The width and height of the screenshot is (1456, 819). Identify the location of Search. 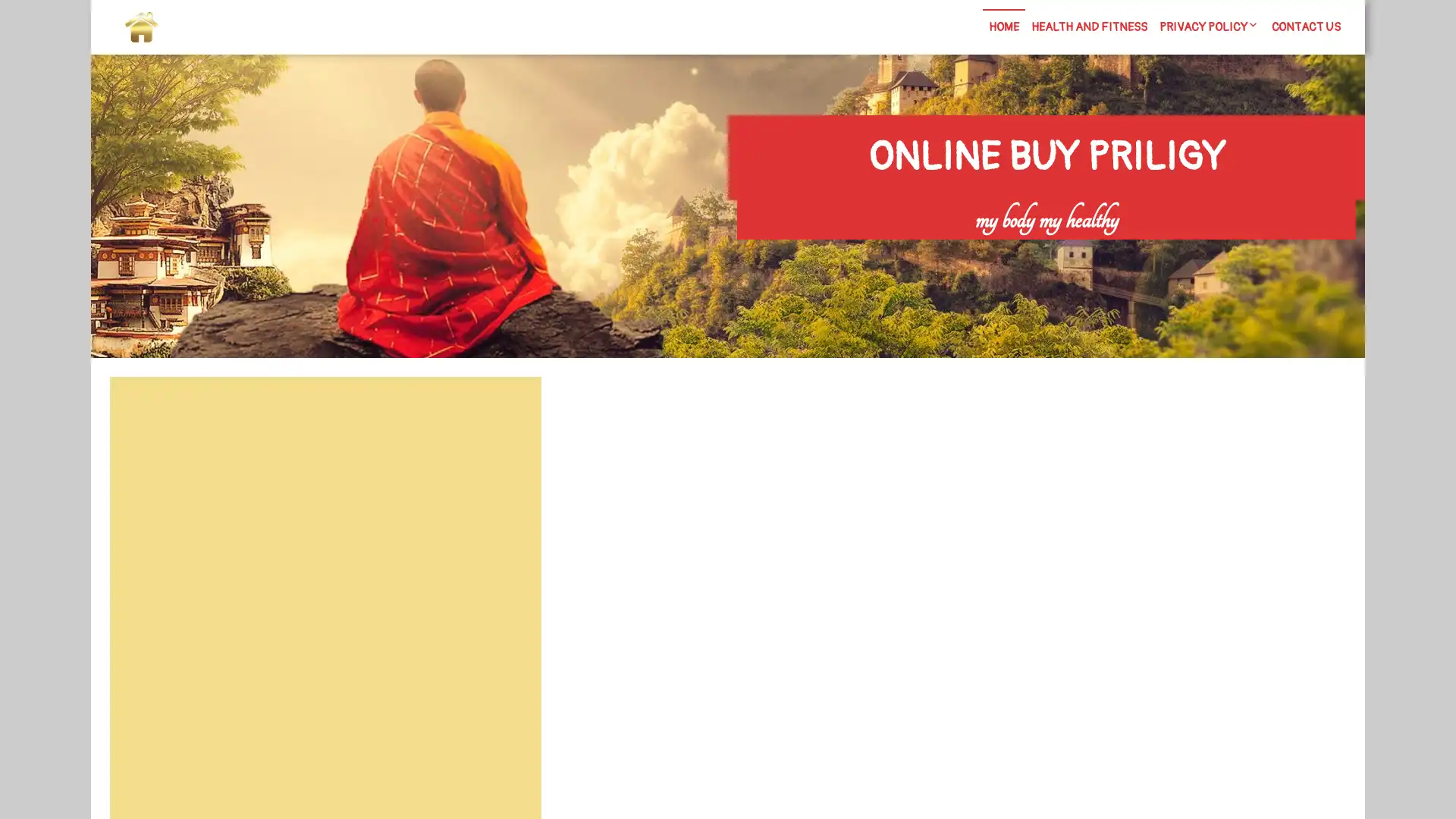
(1181, 248).